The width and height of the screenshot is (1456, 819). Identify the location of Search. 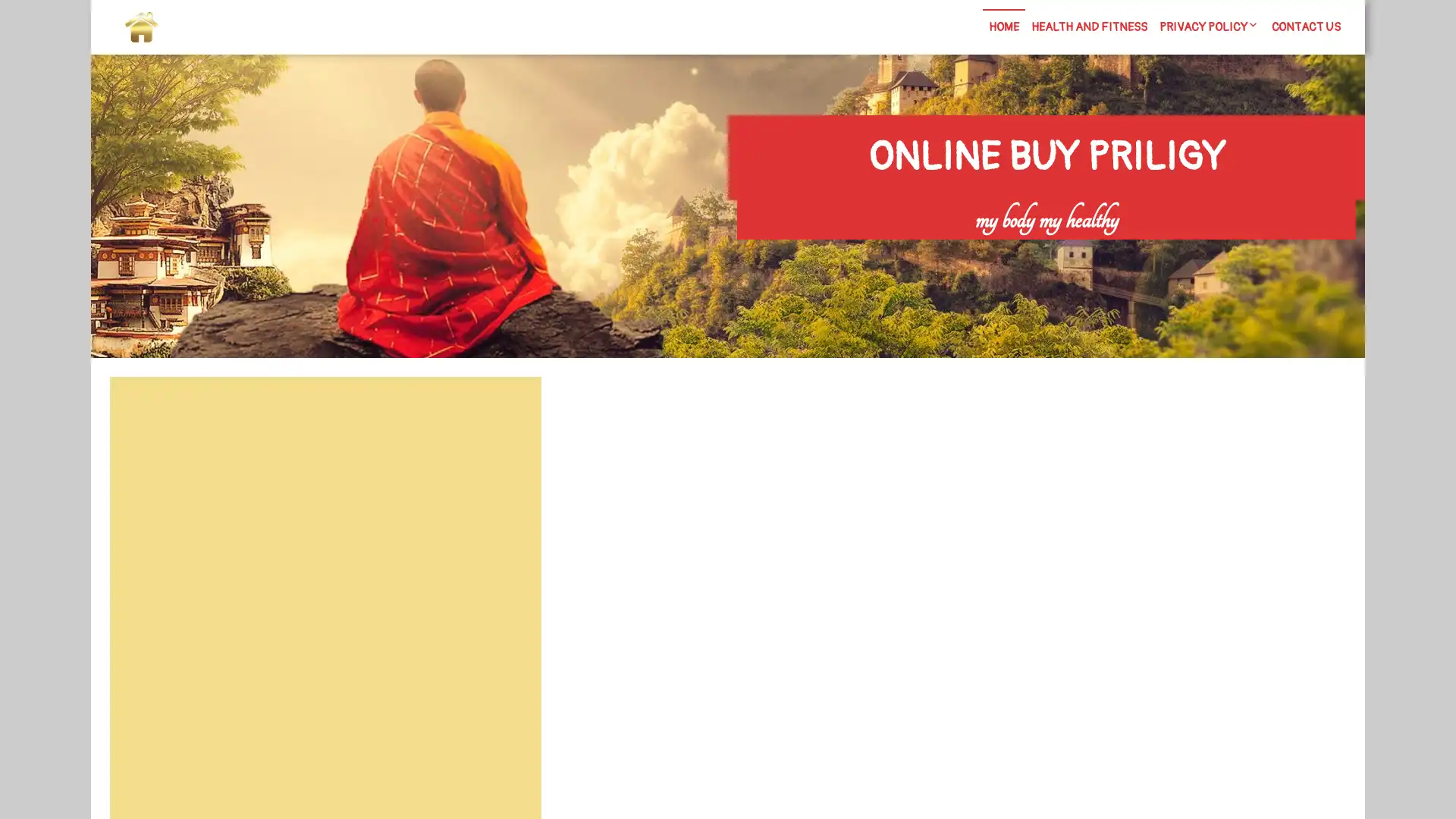
(1181, 248).